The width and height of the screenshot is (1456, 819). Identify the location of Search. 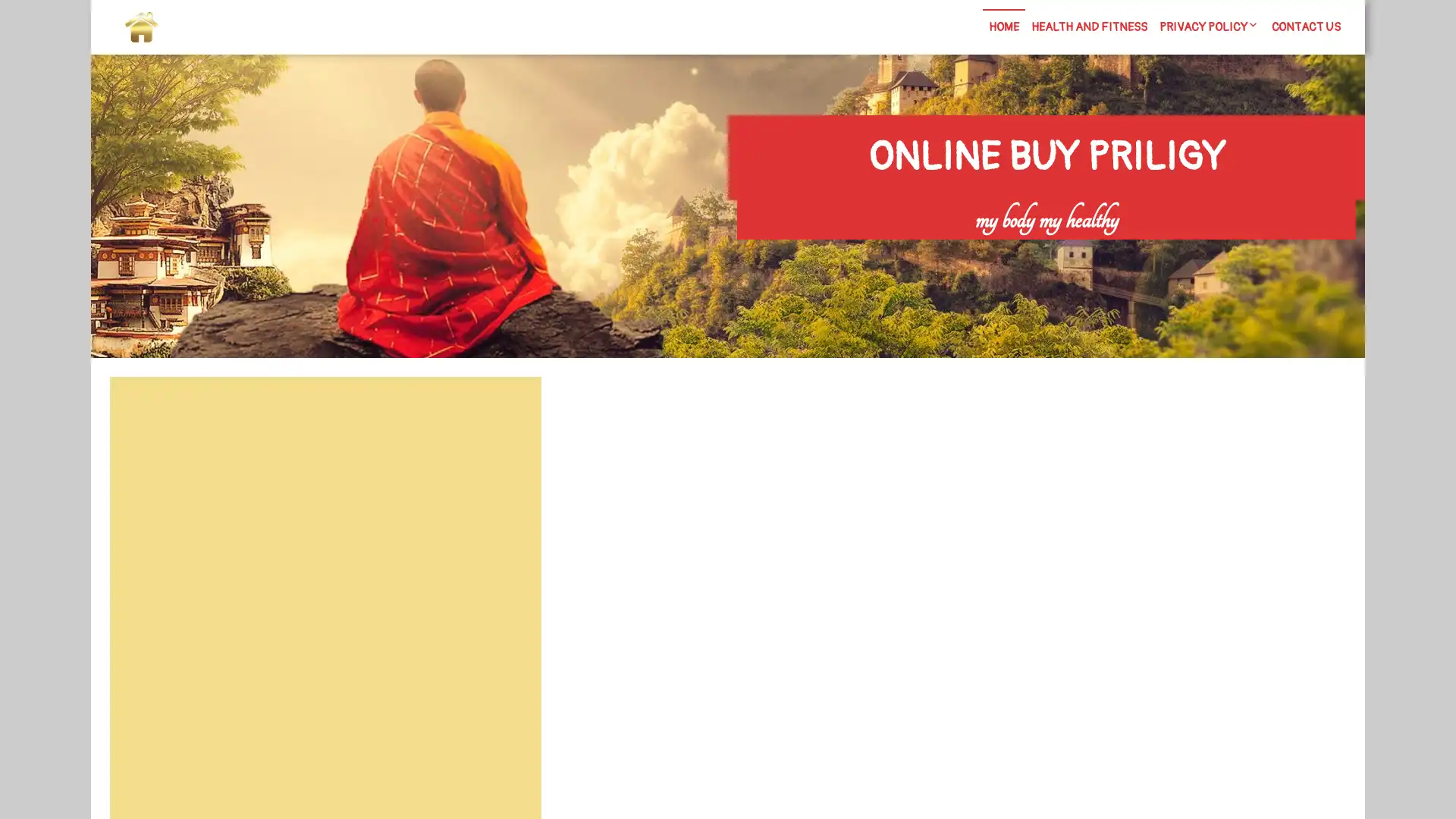
(1181, 248).